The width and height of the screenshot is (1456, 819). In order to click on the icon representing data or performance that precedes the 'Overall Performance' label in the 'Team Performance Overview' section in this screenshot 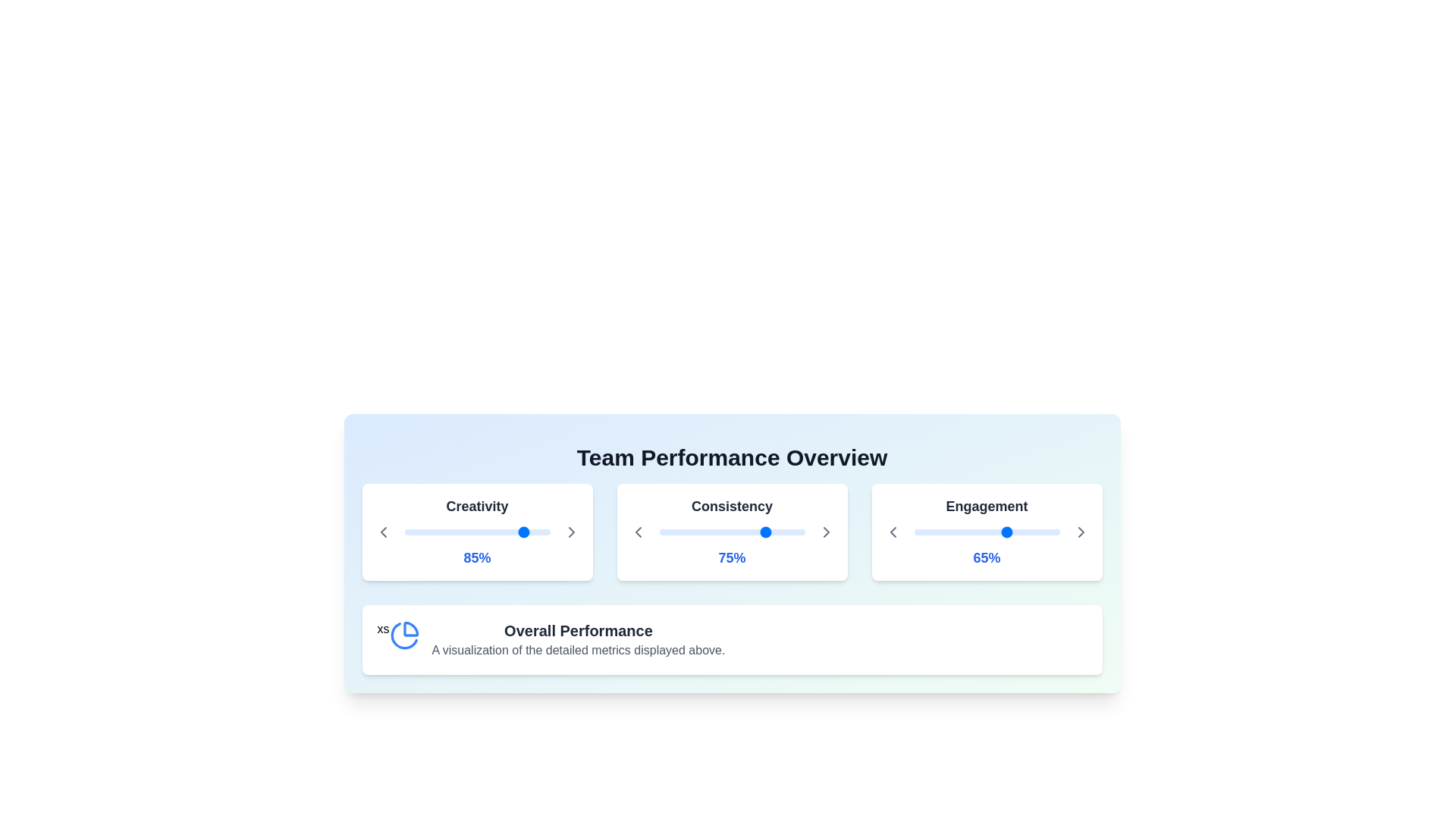, I will do `click(404, 635)`.